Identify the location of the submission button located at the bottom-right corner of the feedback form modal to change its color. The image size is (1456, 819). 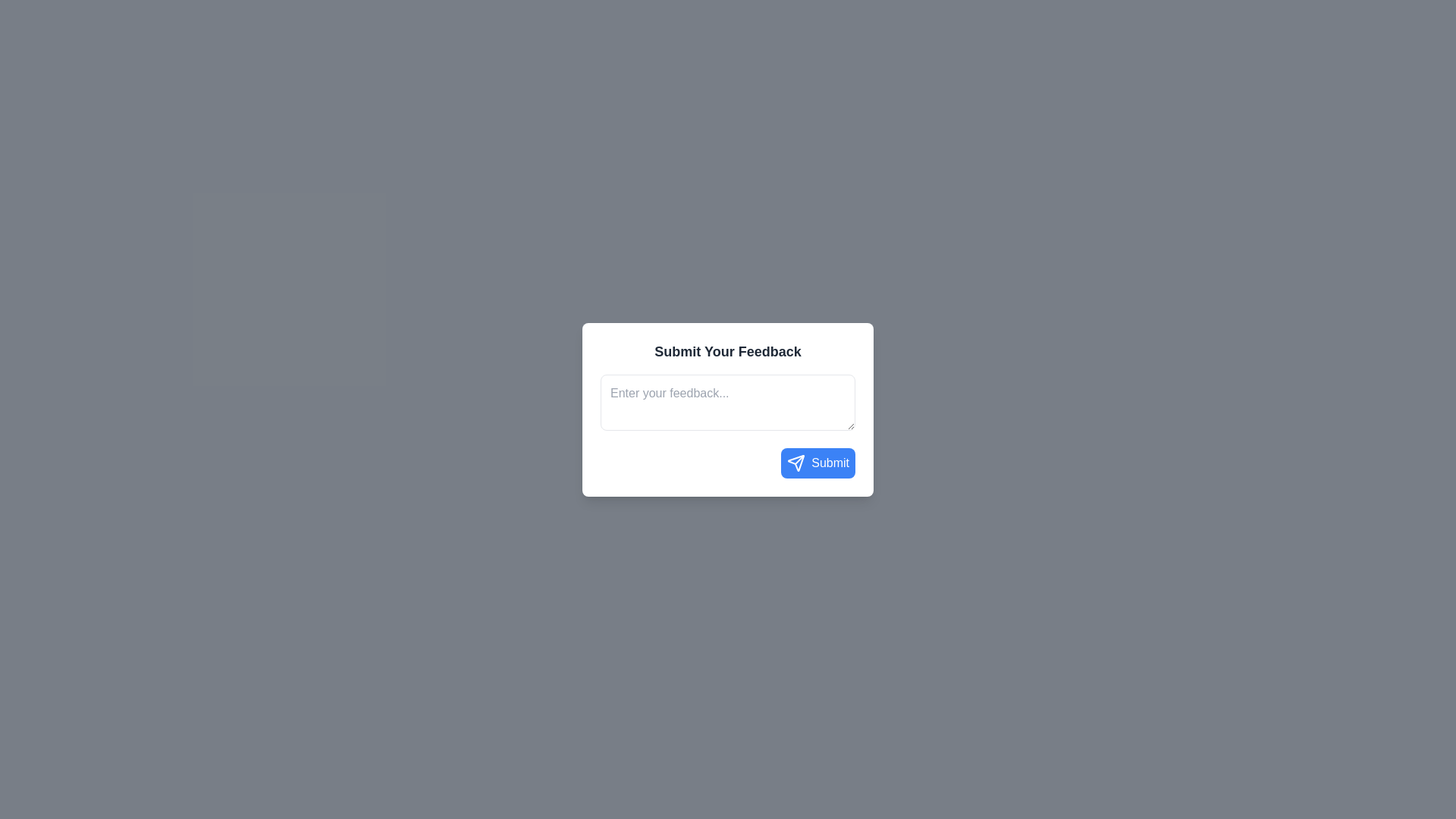
(817, 462).